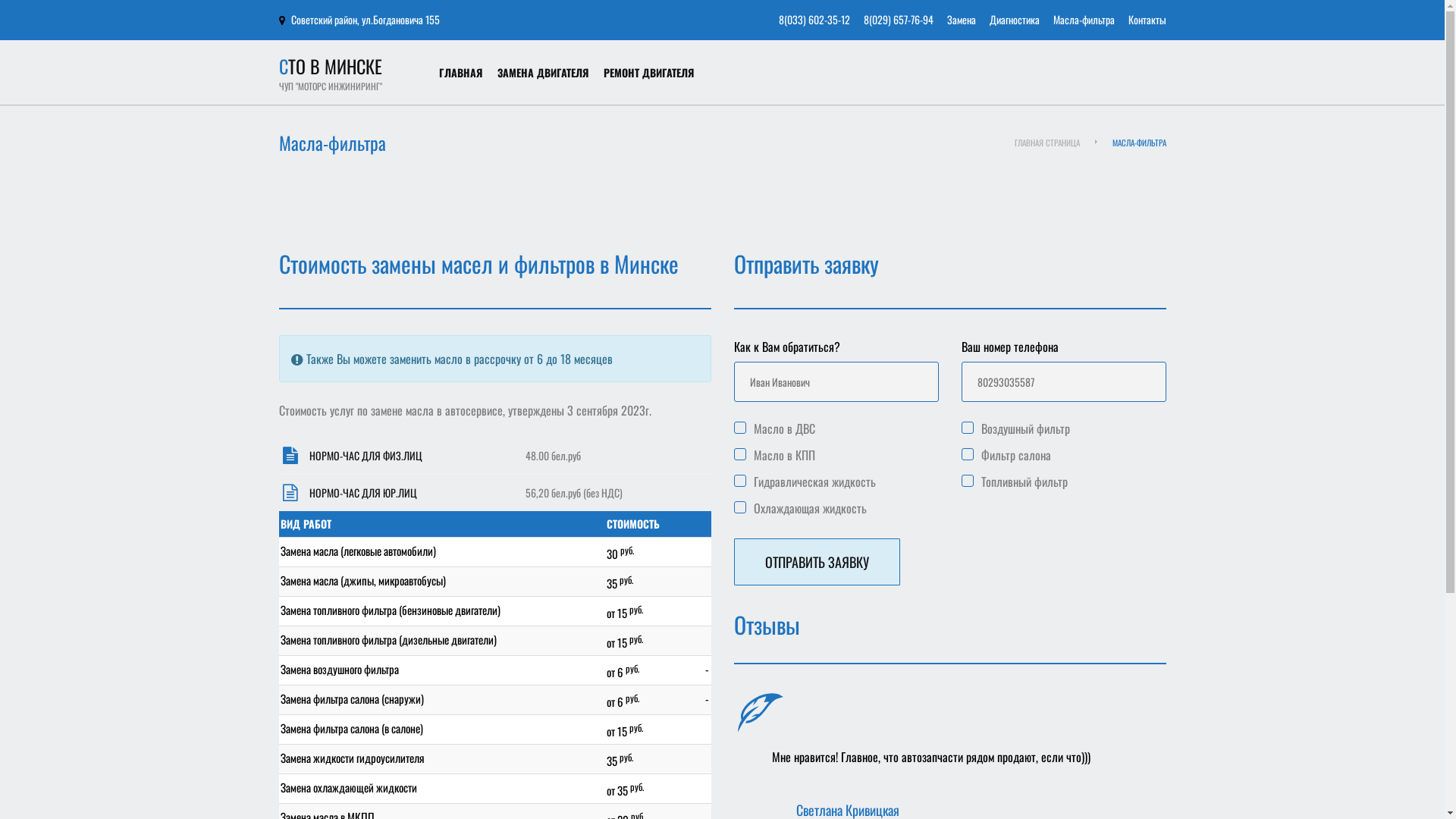  What do you see at coordinates (813, 19) in the screenshot?
I see `'8(033) 602-35-12'` at bounding box center [813, 19].